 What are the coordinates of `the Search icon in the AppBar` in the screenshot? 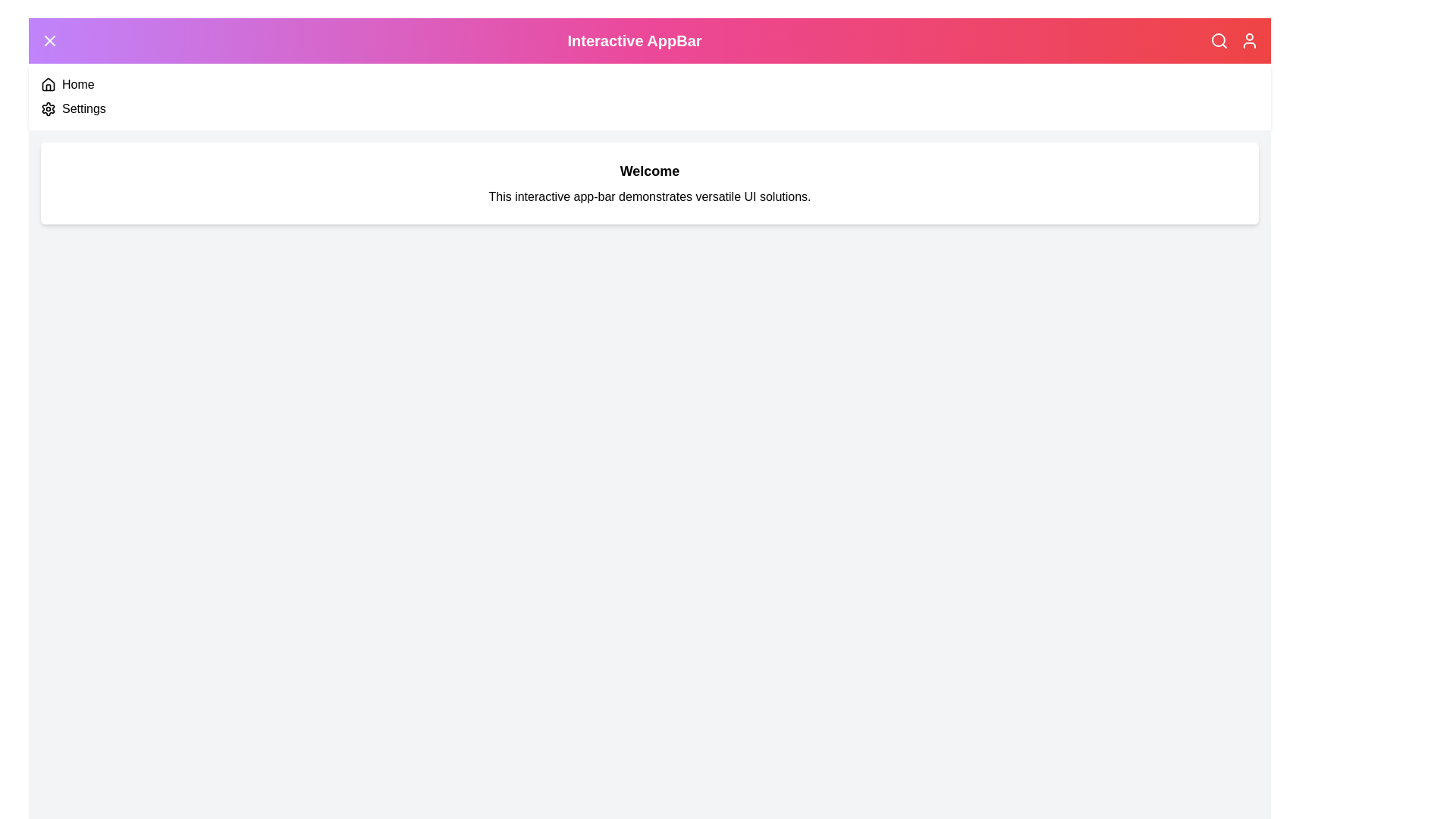 It's located at (1219, 40).